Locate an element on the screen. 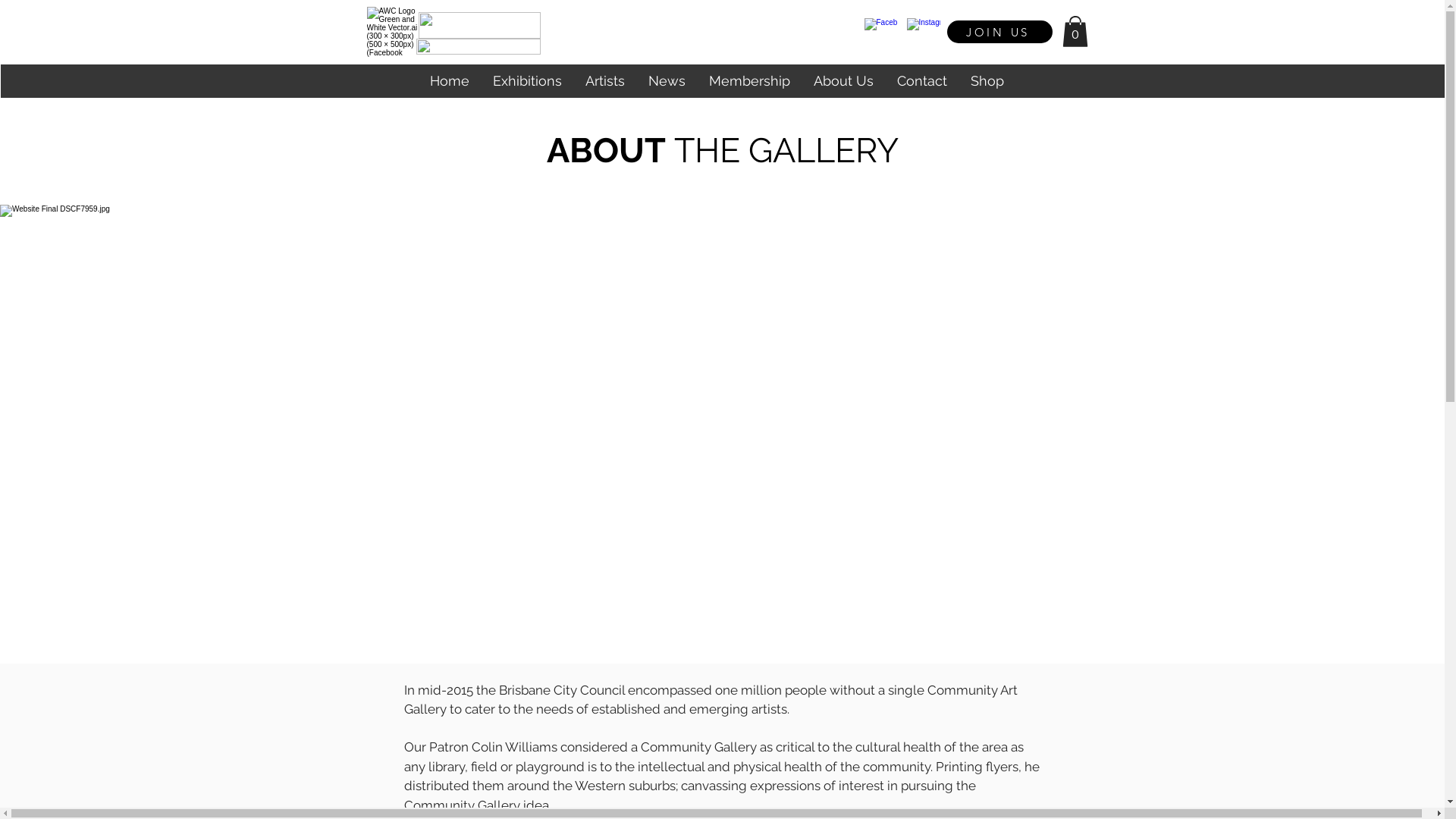 The width and height of the screenshot is (1456, 819). 'Untitled design (43).png' is located at coordinates (419, 25).